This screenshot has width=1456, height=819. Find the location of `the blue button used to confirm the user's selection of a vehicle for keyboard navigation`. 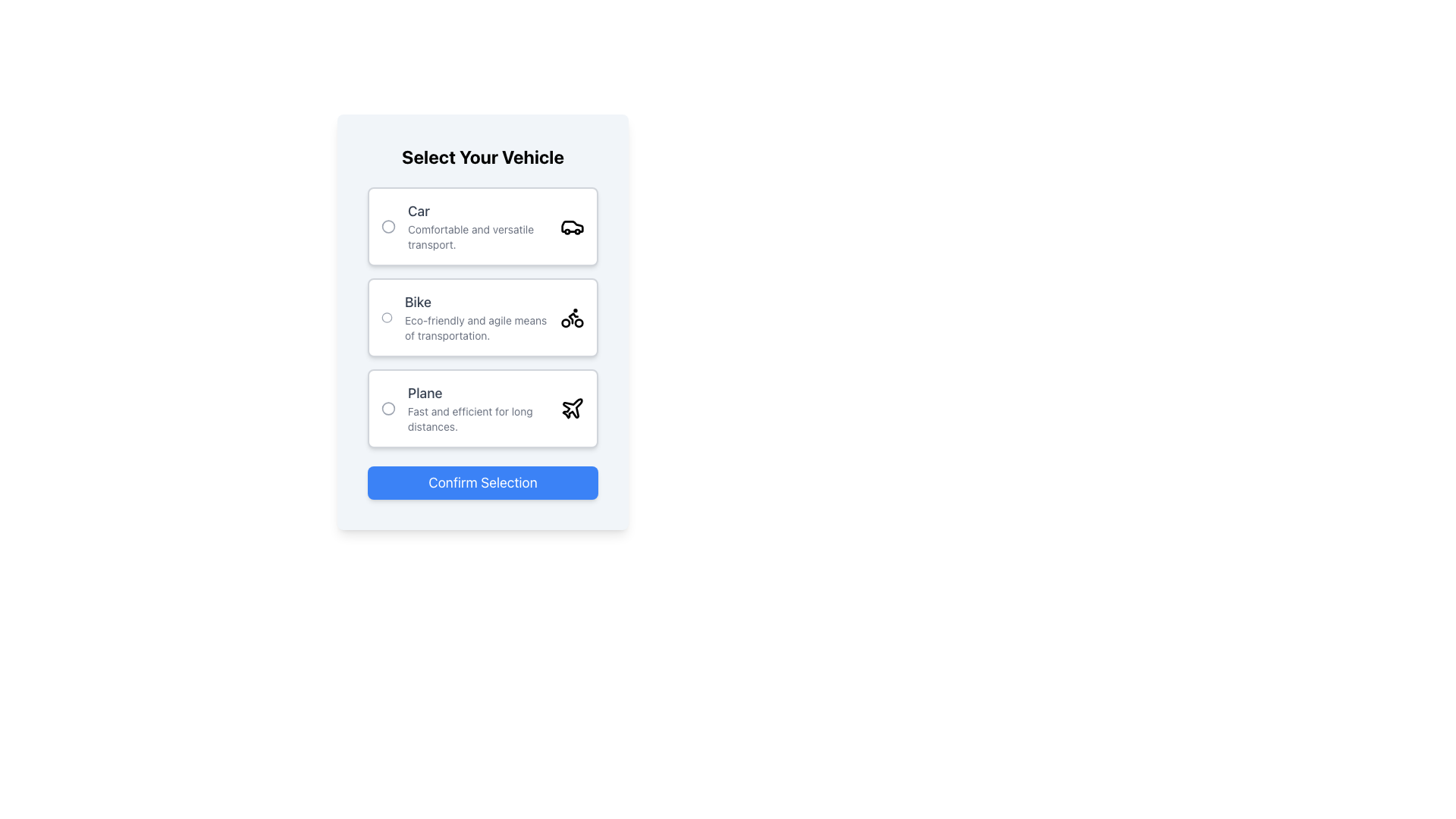

the blue button used to confirm the user's selection of a vehicle for keyboard navigation is located at coordinates (482, 482).